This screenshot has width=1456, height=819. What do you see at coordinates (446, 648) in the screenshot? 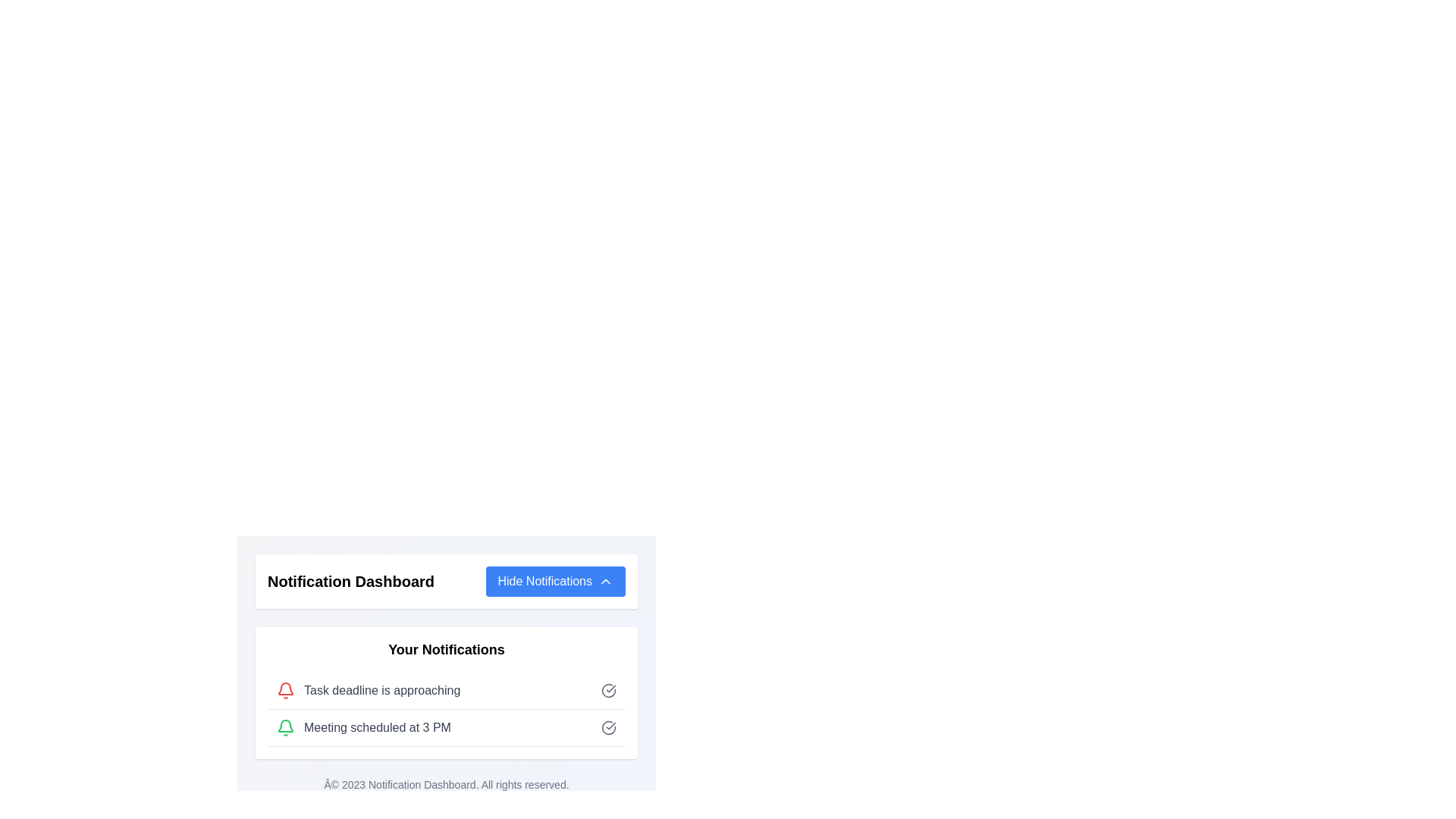
I see `the static text label reading 'Your Notifications', which is prominently displayed at the top of the notification section` at bounding box center [446, 648].